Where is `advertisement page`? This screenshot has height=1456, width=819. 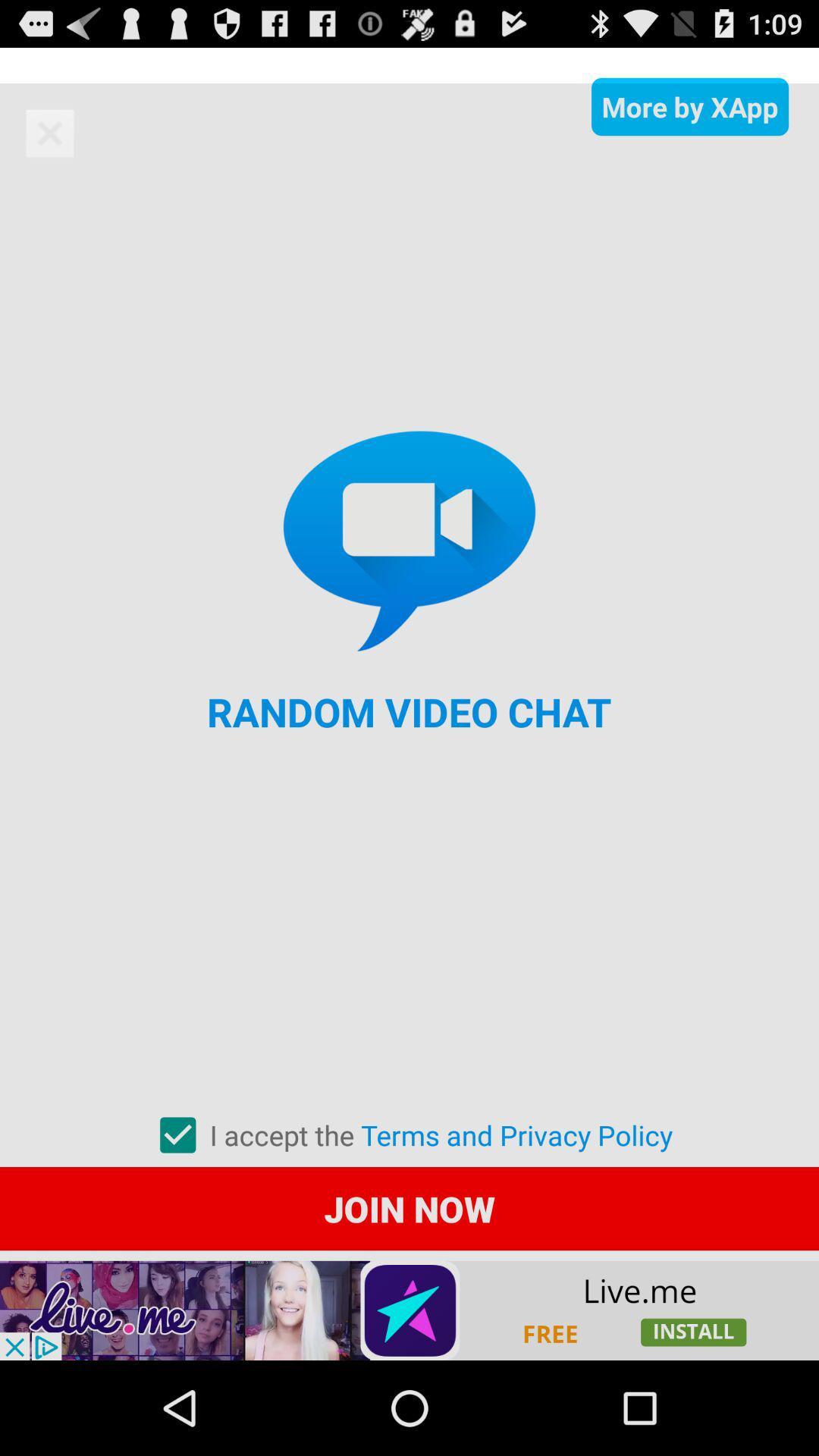
advertisement page is located at coordinates (409, 1310).